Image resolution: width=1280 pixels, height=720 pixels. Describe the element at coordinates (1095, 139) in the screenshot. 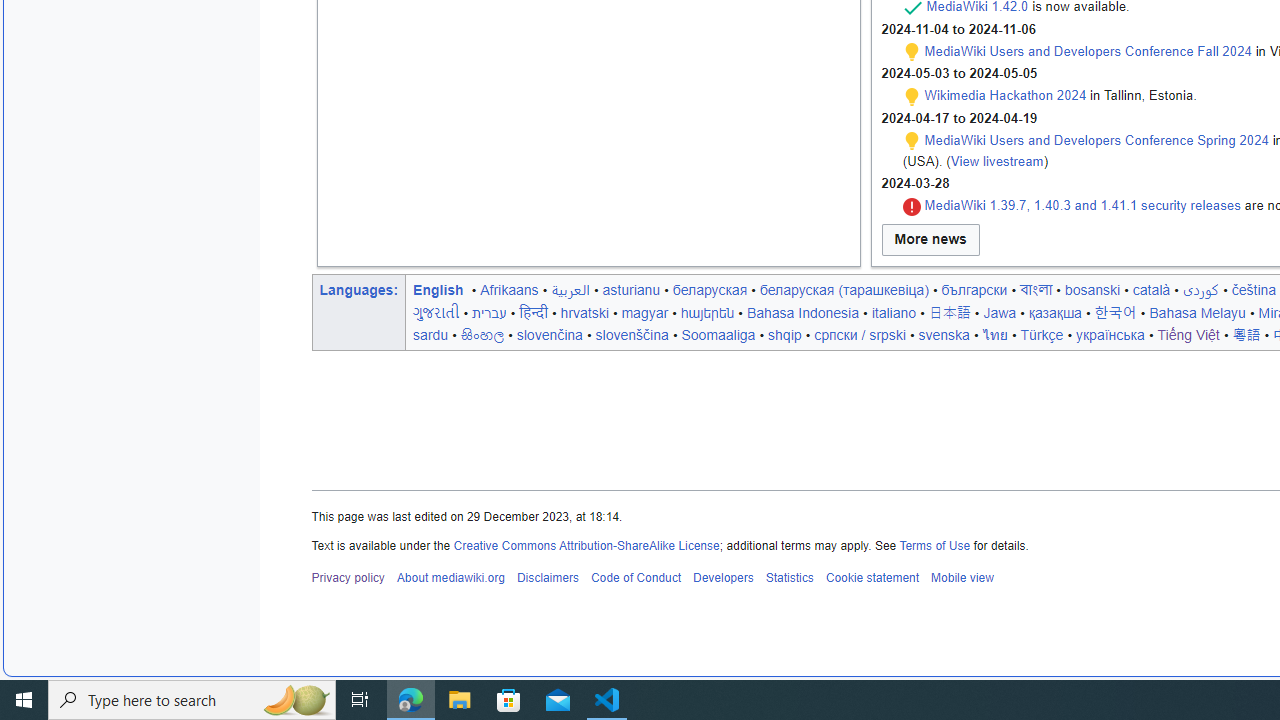

I see `'MediaWiki Users and Developers Conference Spring 2024'` at that location.